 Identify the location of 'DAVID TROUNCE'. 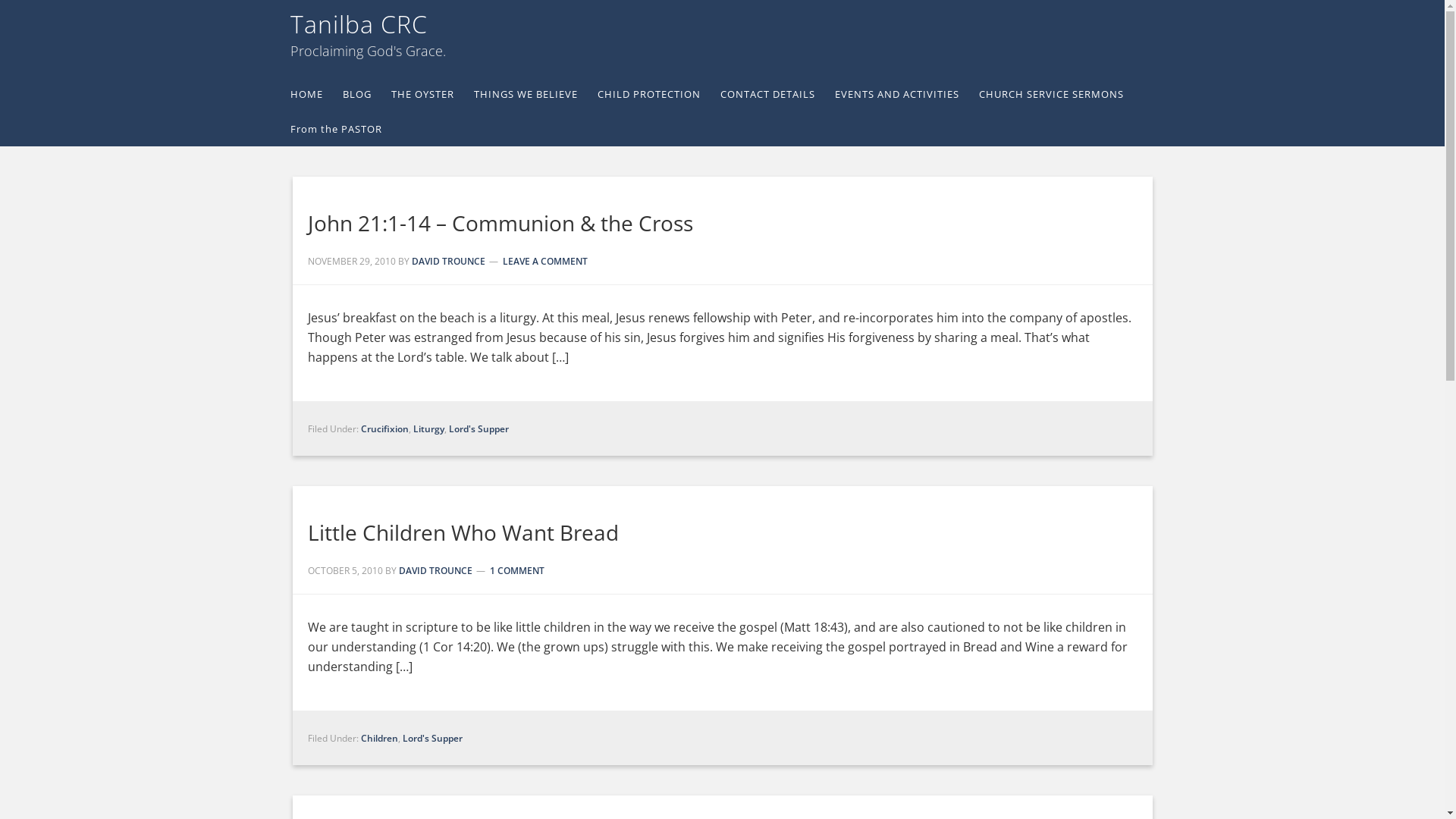
(447, 260).